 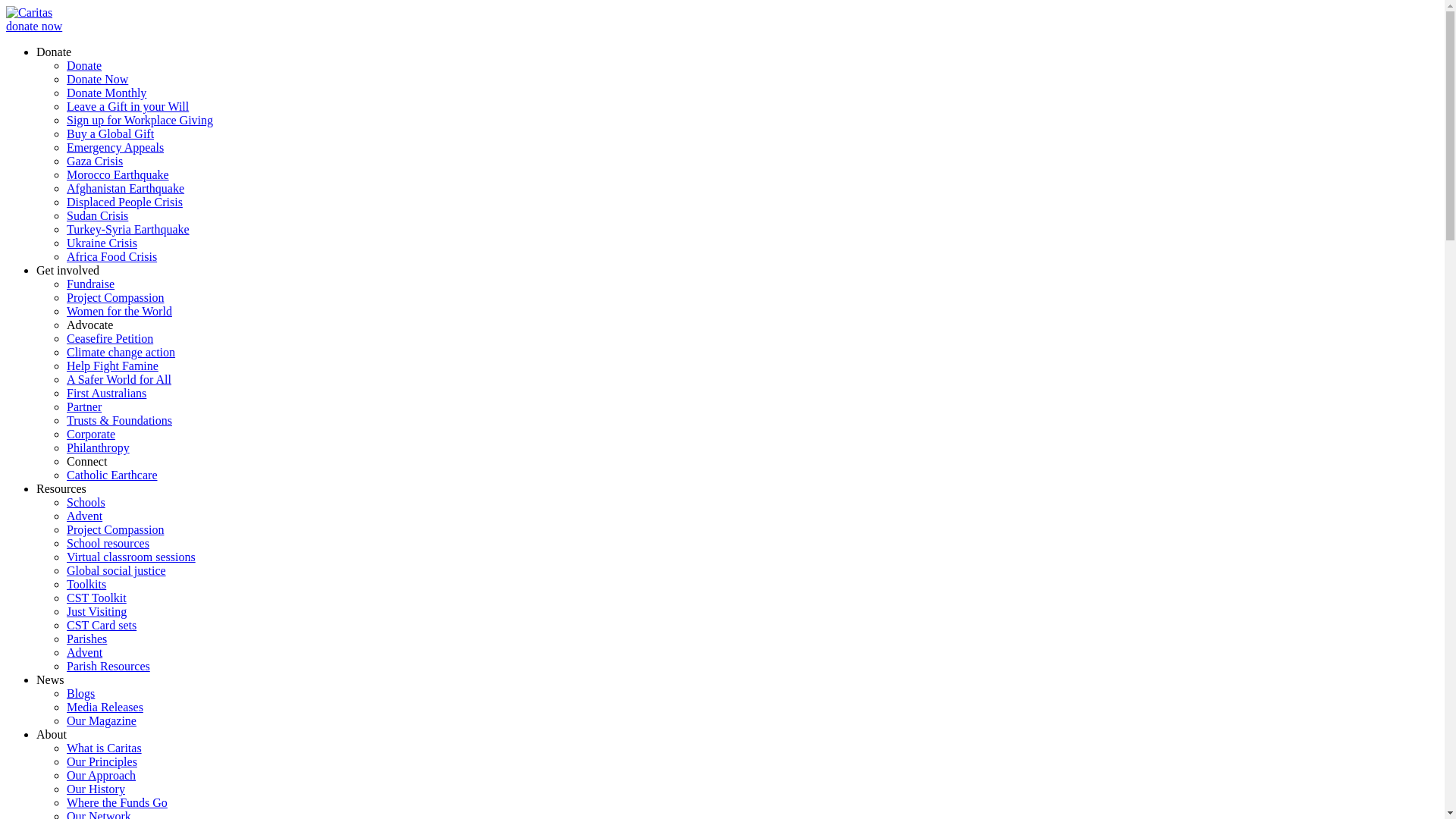 I want to click on 'A Safer World for All', so click(x=118, y=378).